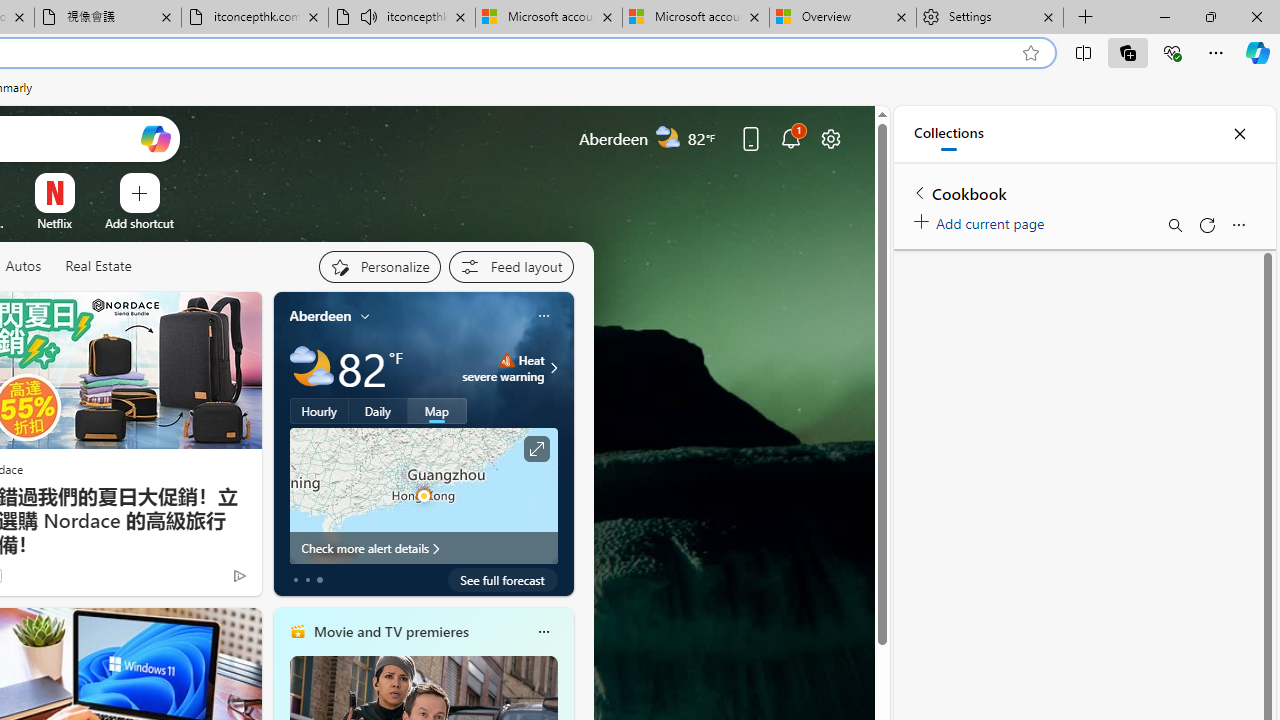 The height and width of the screenshot is (720, 1280). Describe the element at coordinates (379, 266) in the screenshot. I see `'Personalize your feed"'` at that location.